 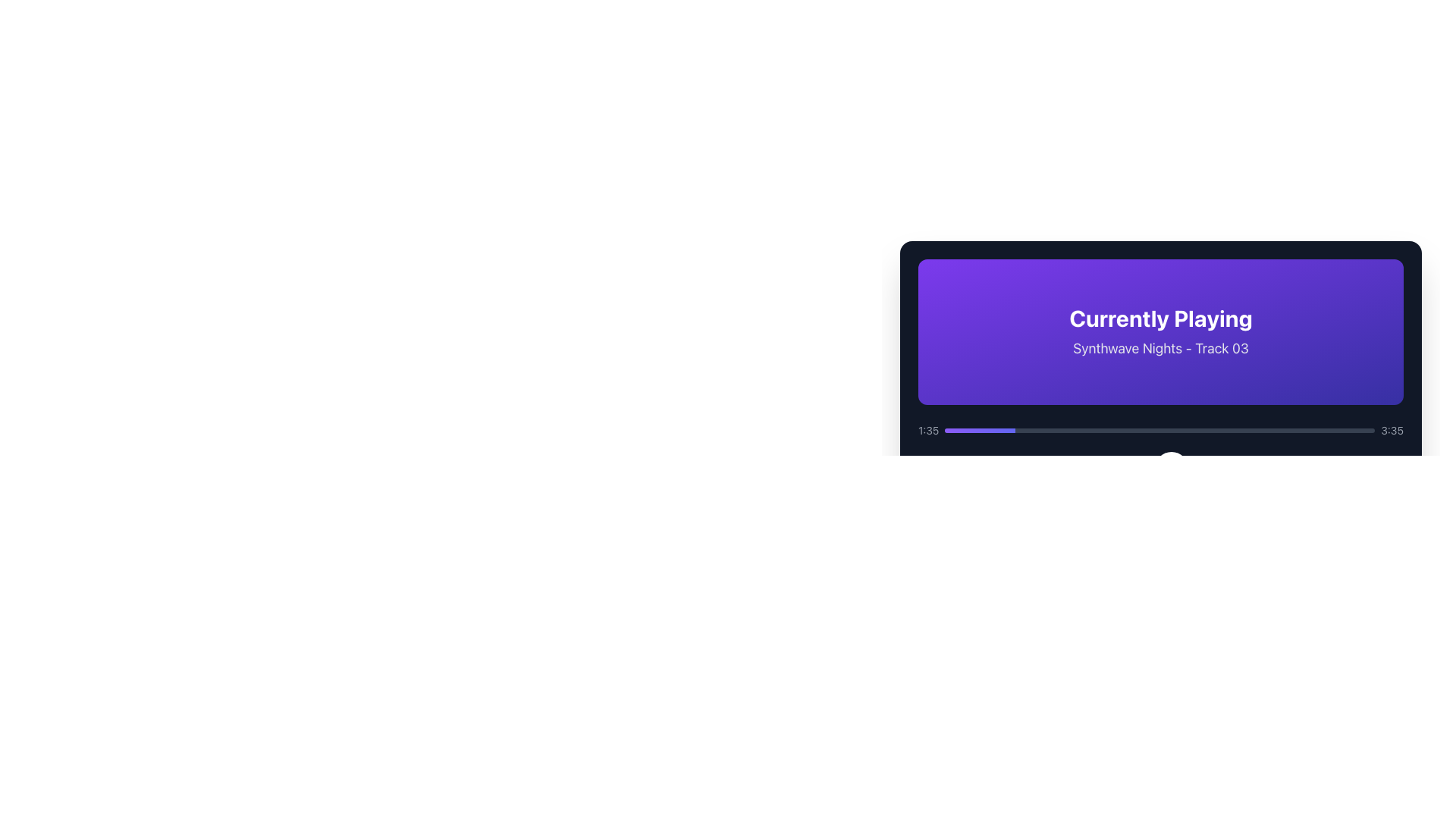 I want to click on the music note icon, so click(x=948, y=601).